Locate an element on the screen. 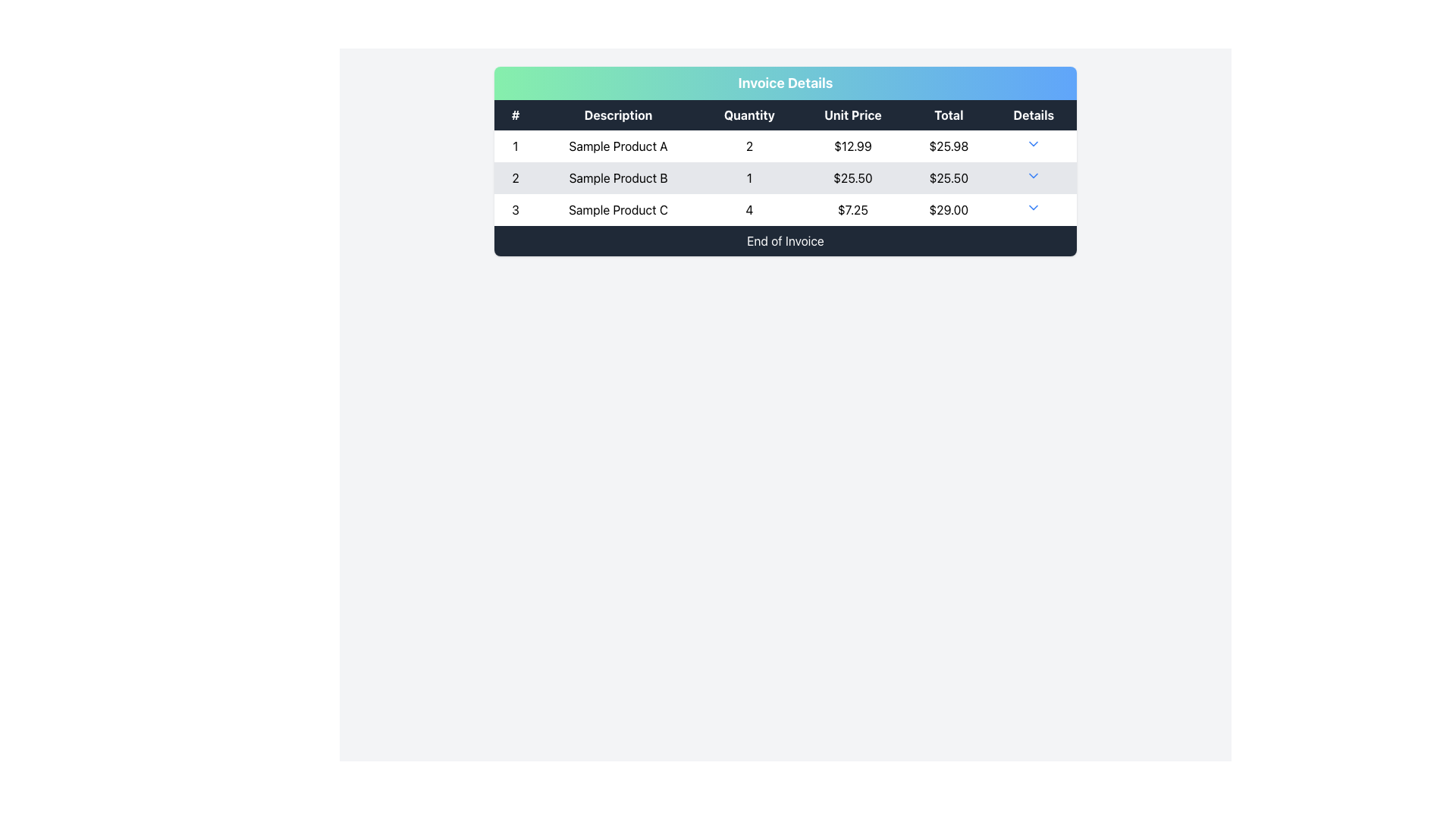 The width and height of the screenshot is (1456, 819). static text label displaying the quantity for 'Sample Product C' located in the Quantity column of the third row of the table is located at coordinates (749, 210).